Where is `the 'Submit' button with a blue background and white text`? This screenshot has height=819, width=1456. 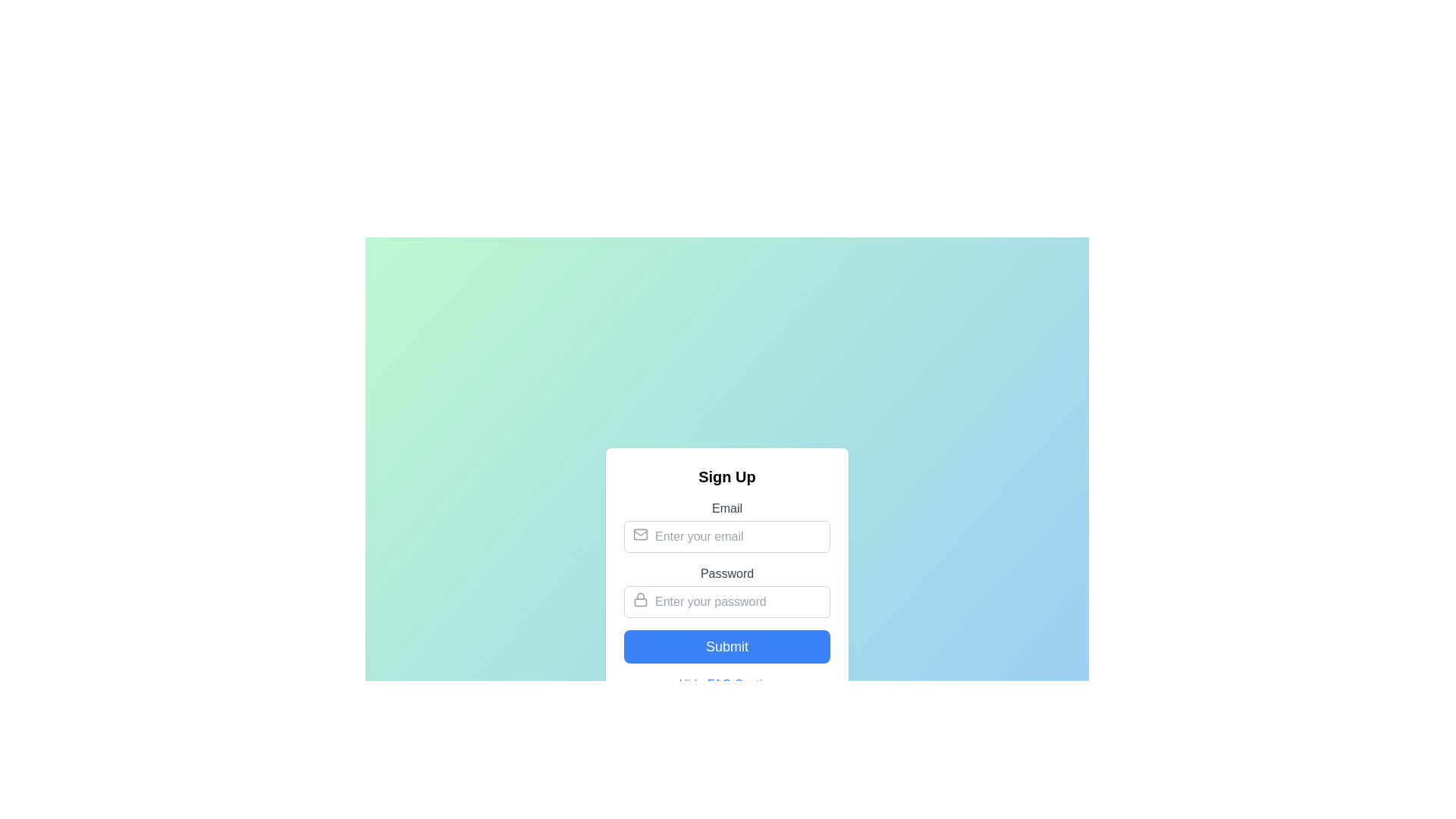 the 'Submit' button with a blue background and white text is located at coordinates (726, 646).